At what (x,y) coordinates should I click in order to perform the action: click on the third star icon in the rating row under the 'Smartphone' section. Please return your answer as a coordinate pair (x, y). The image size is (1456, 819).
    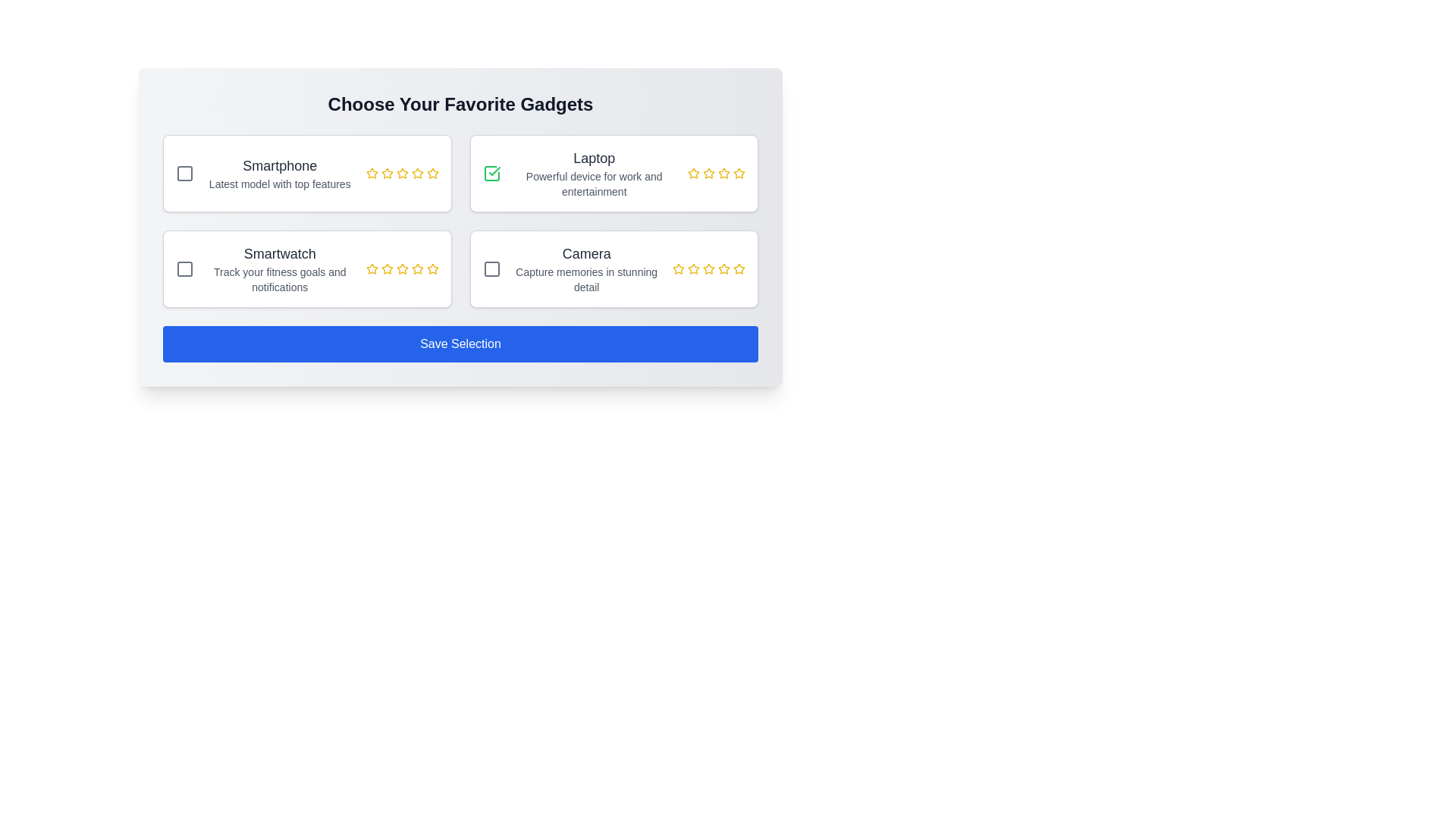
    Looking at the image, I should click on (402, 172).